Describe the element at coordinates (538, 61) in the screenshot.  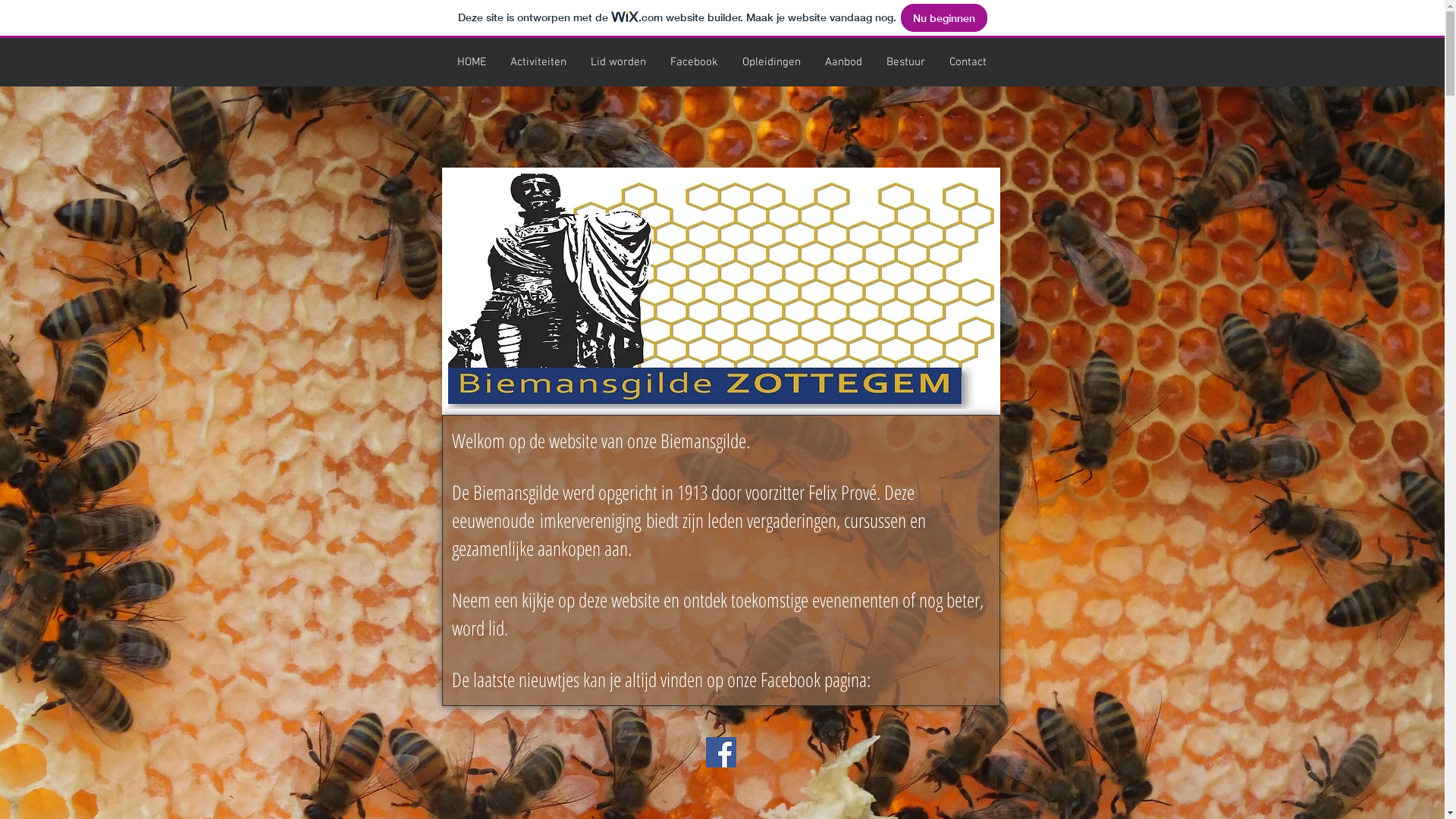
I see `'Activiteiten'` at that location.